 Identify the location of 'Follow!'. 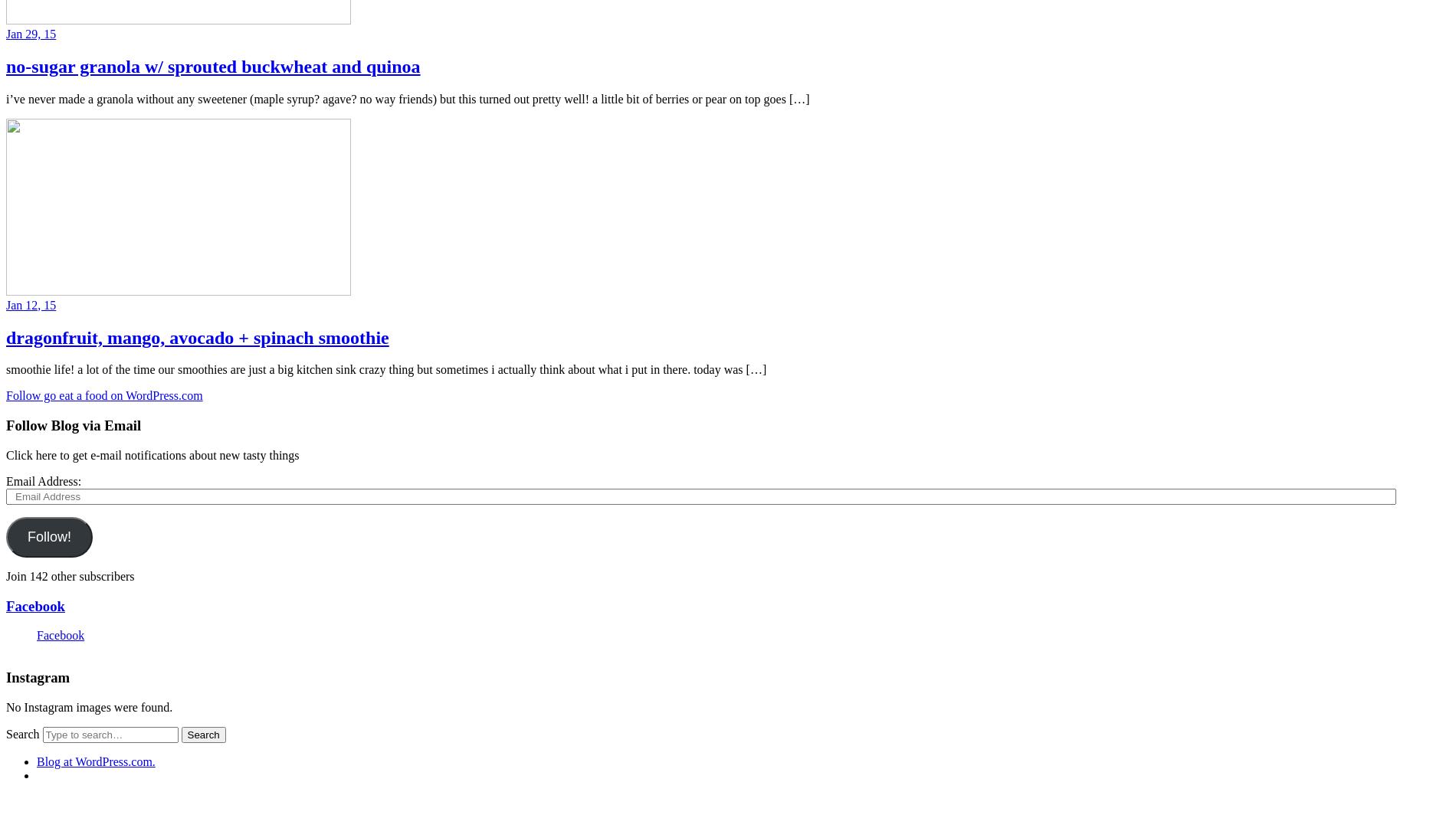
(49, 536).